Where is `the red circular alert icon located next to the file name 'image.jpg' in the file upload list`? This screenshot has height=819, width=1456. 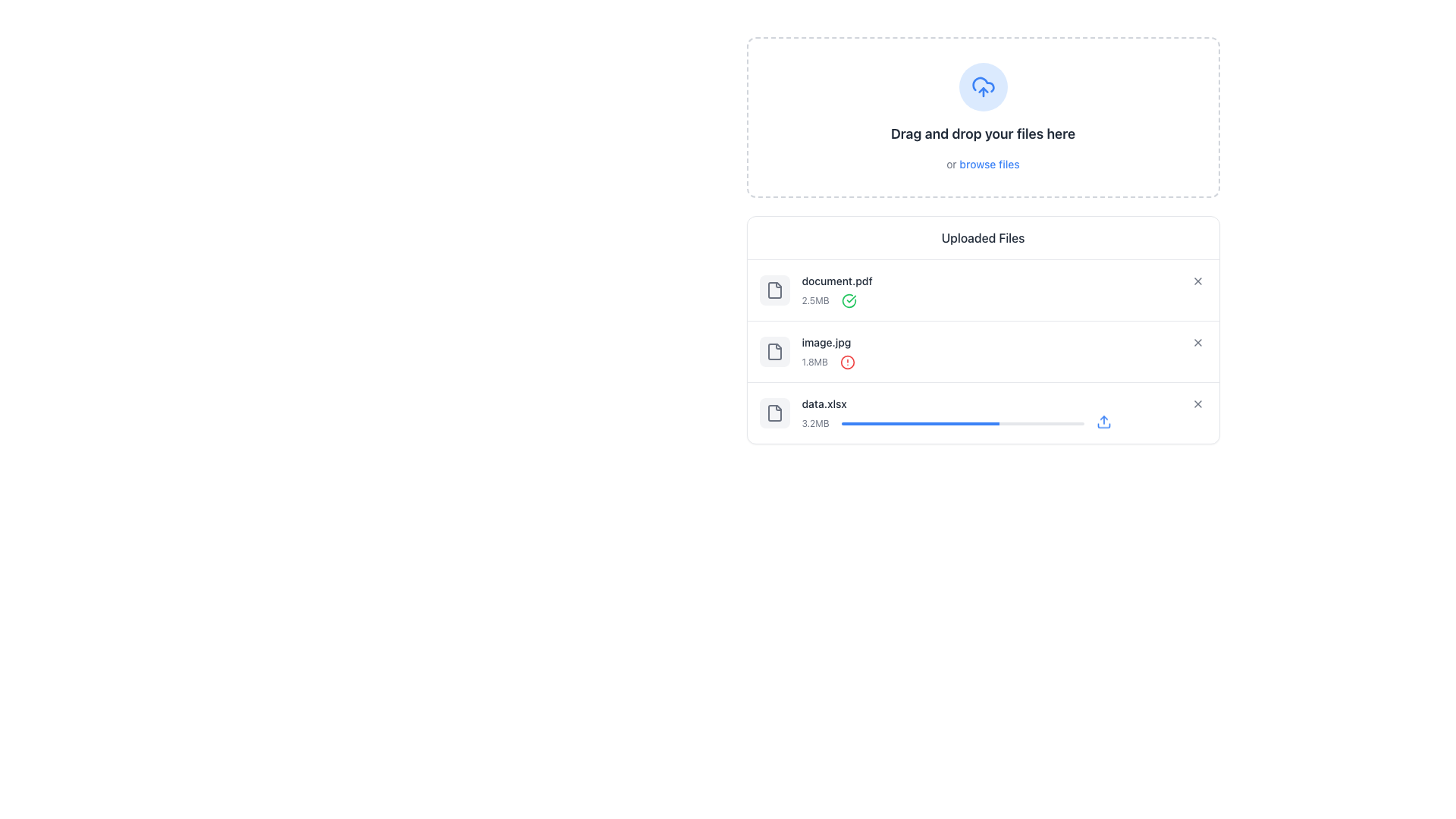 the red circular alert icon located next to the file name 'image.jpg' in the file upload list is located at coordinates (847, 362).